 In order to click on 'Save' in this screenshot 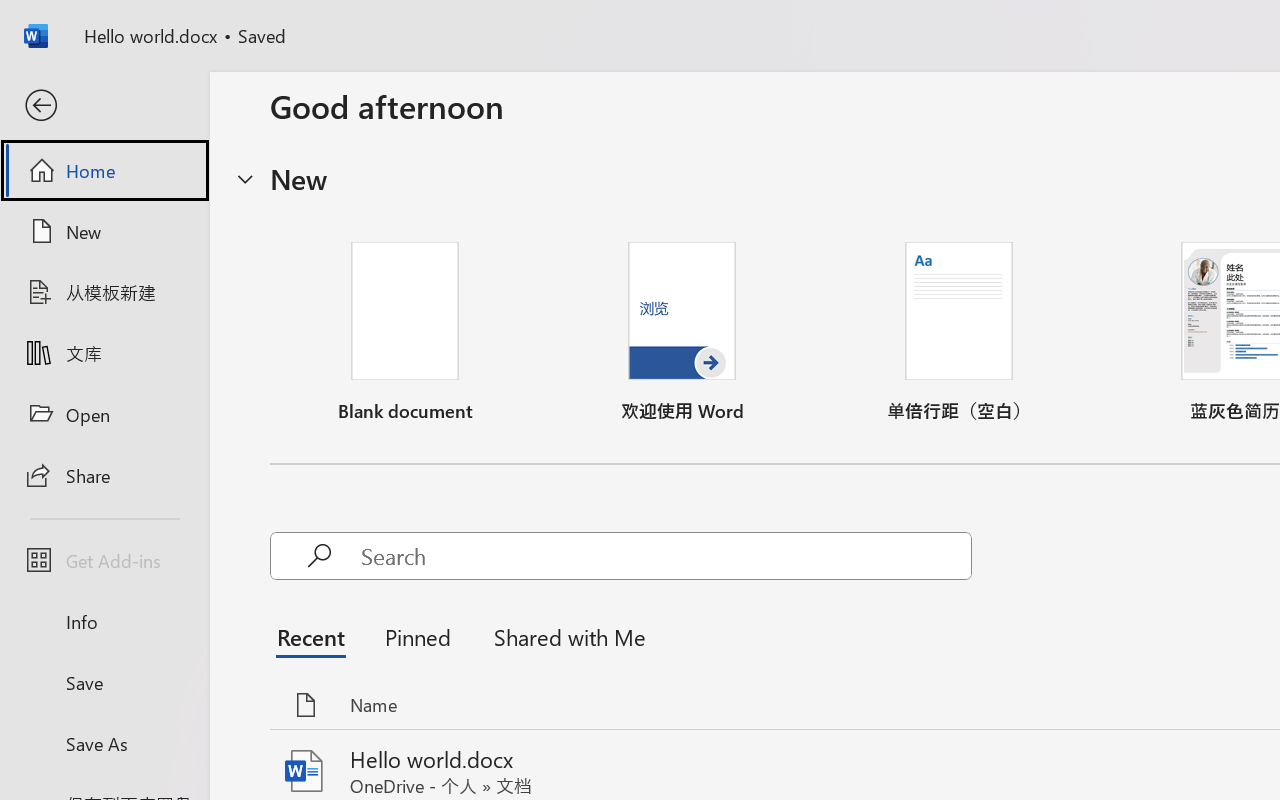, I will do `click(103, 682)`.